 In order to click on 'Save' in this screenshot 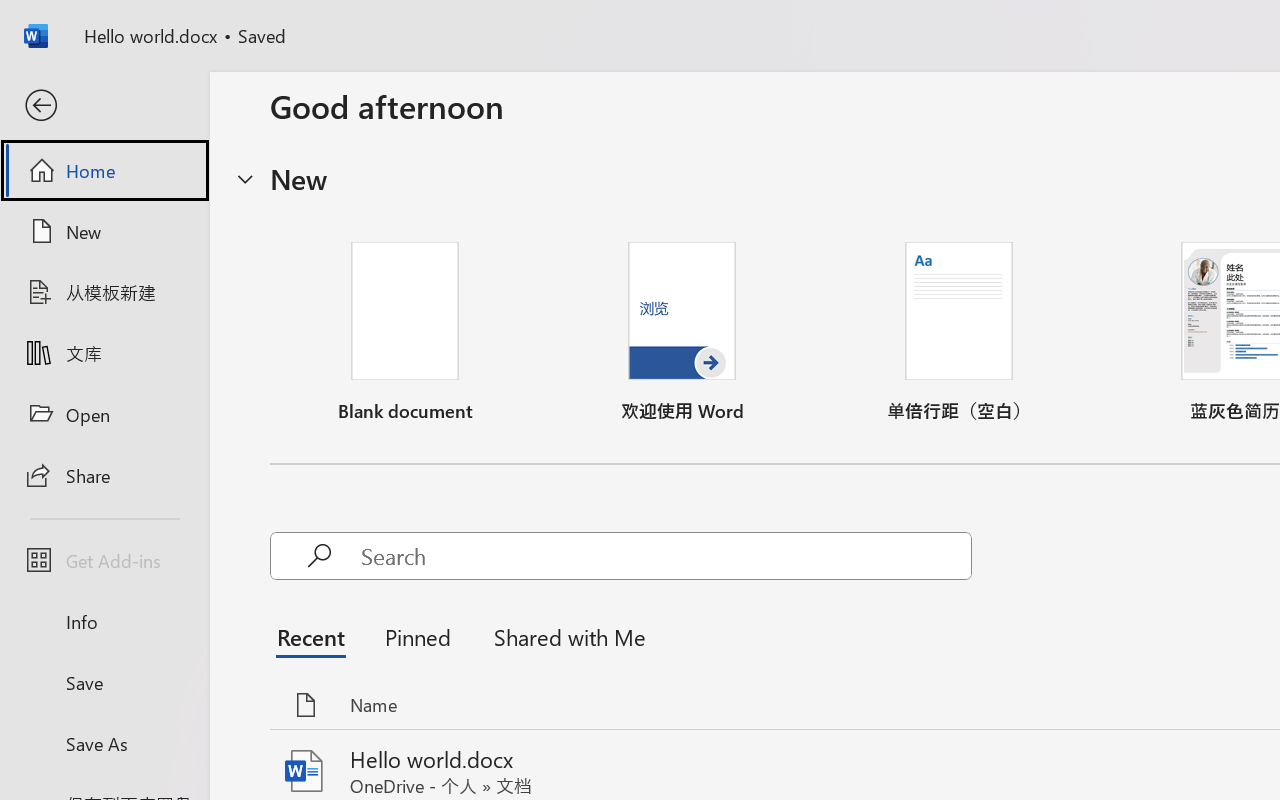, I will do `click(103, 682)`.